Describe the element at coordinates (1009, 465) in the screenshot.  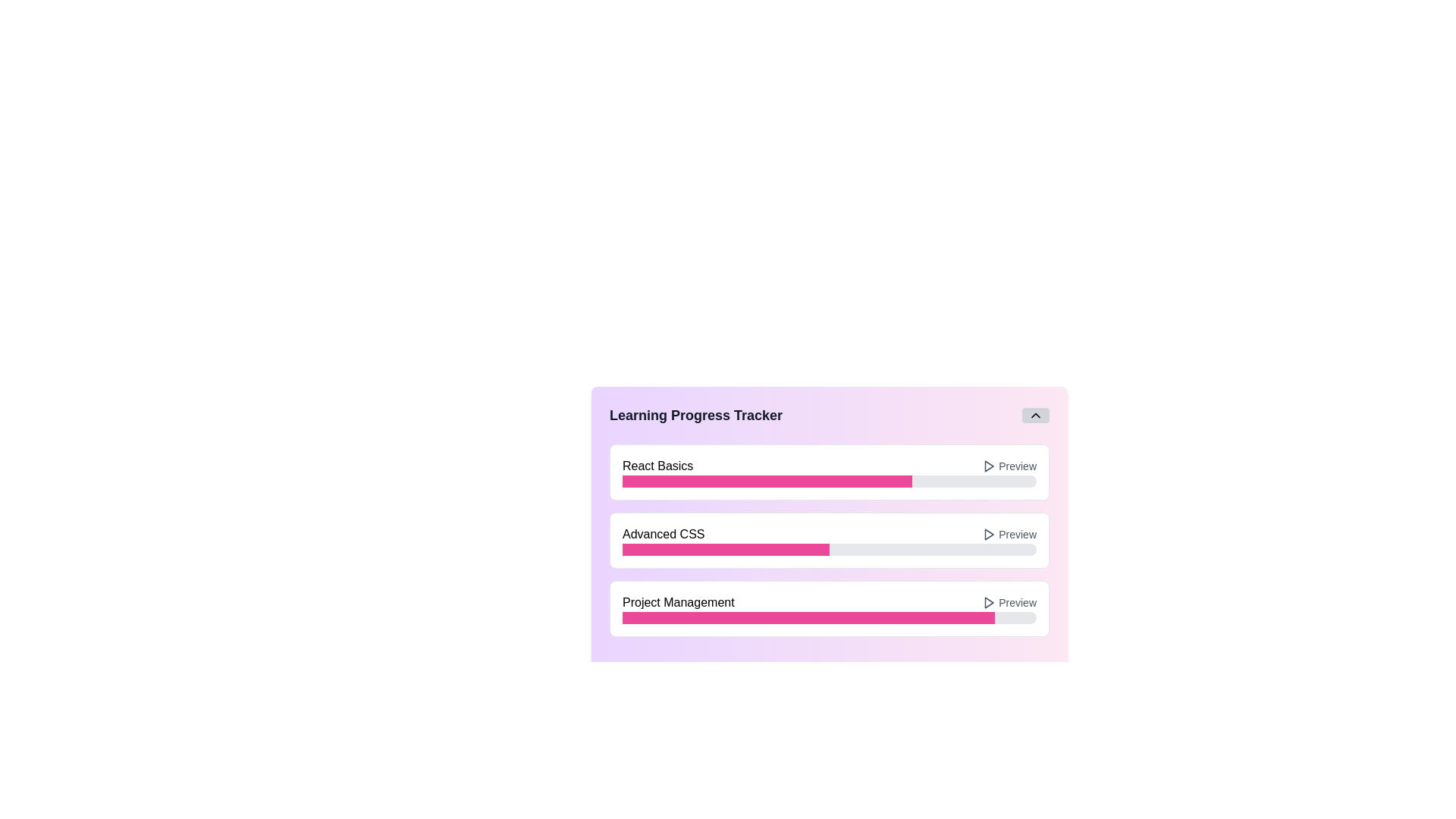
I see `the 'Preview' button with a play icon, which is the rightmost element in the 'React Basics' row` at that location.